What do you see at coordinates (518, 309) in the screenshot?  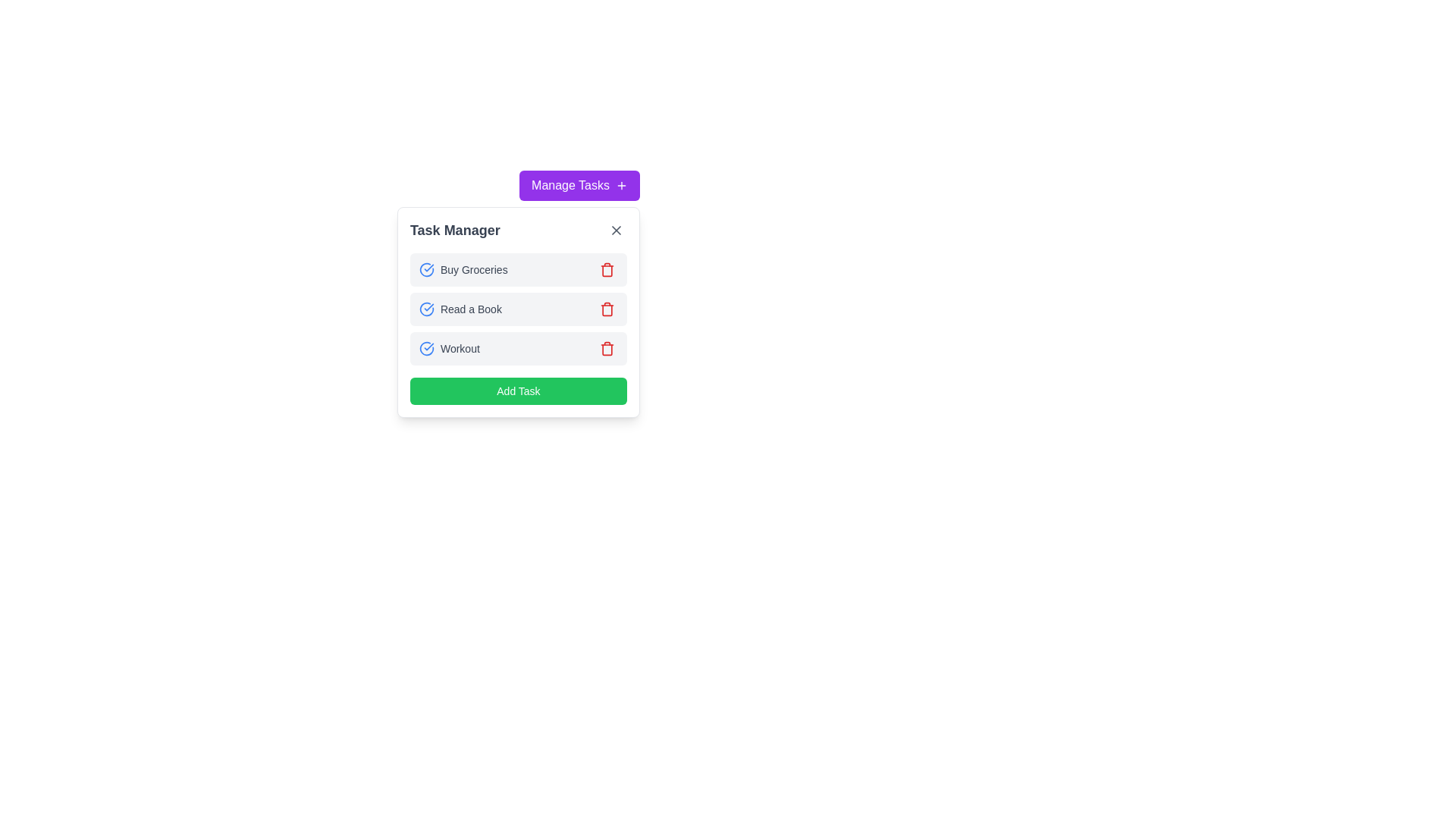 I see `the 'Read a Book' list item in the Task Manager section` at bounding box center [518, 309].